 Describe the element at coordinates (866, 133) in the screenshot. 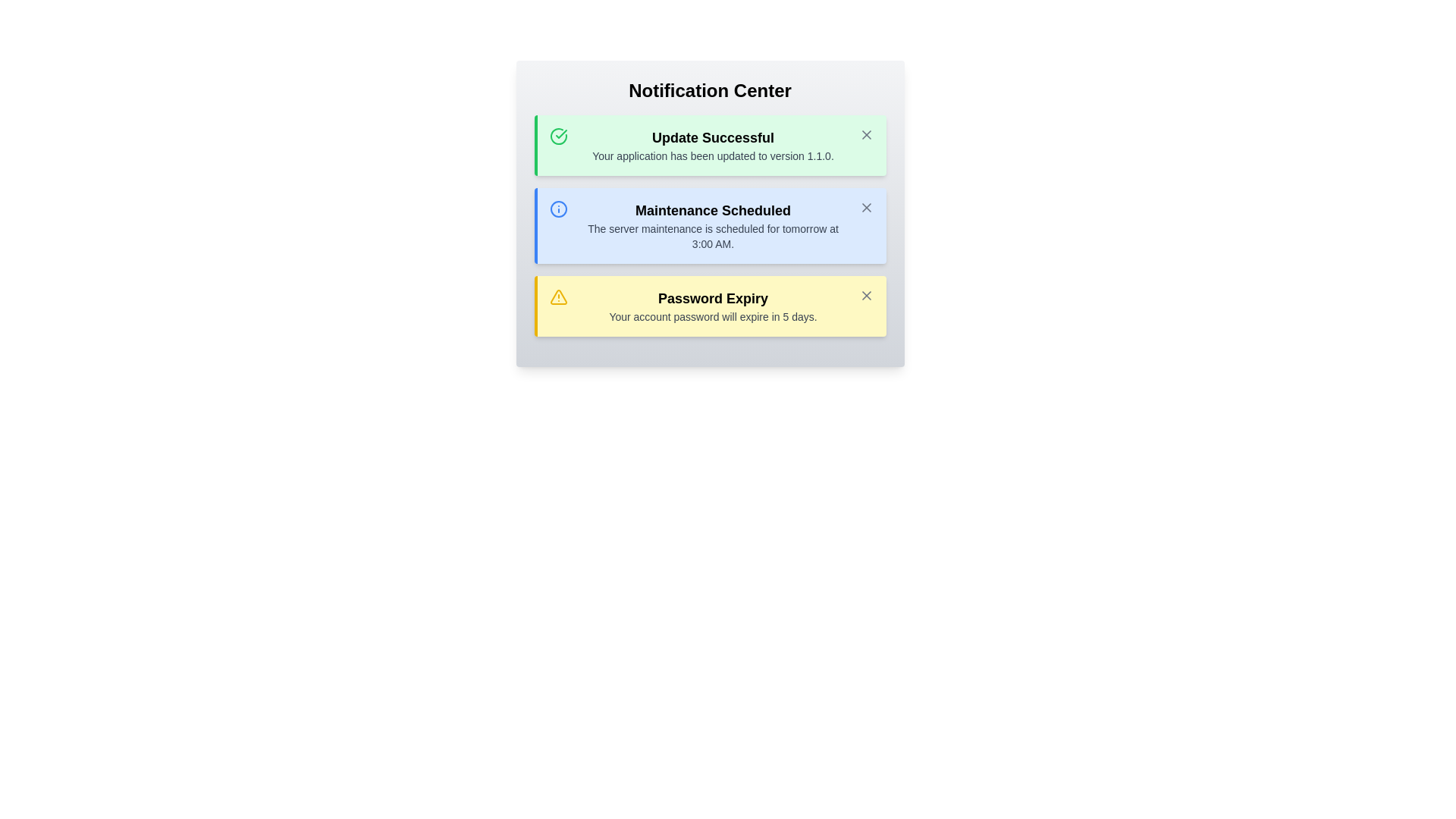

I see `the cross icon button in the 'Update Successful' notification` at that location.